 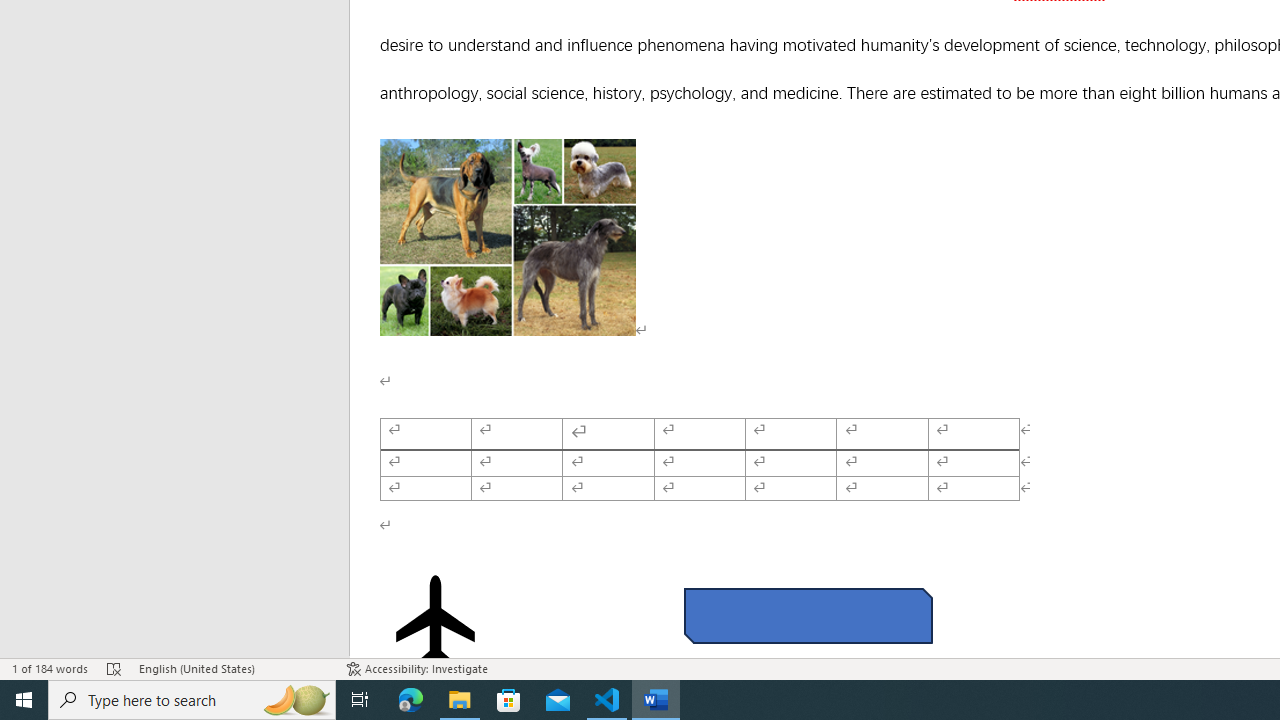 What do you see at coordinates (232, 669) in the screenshot?
I see `'Language English (United States)'` at bounding box center [232, 669].